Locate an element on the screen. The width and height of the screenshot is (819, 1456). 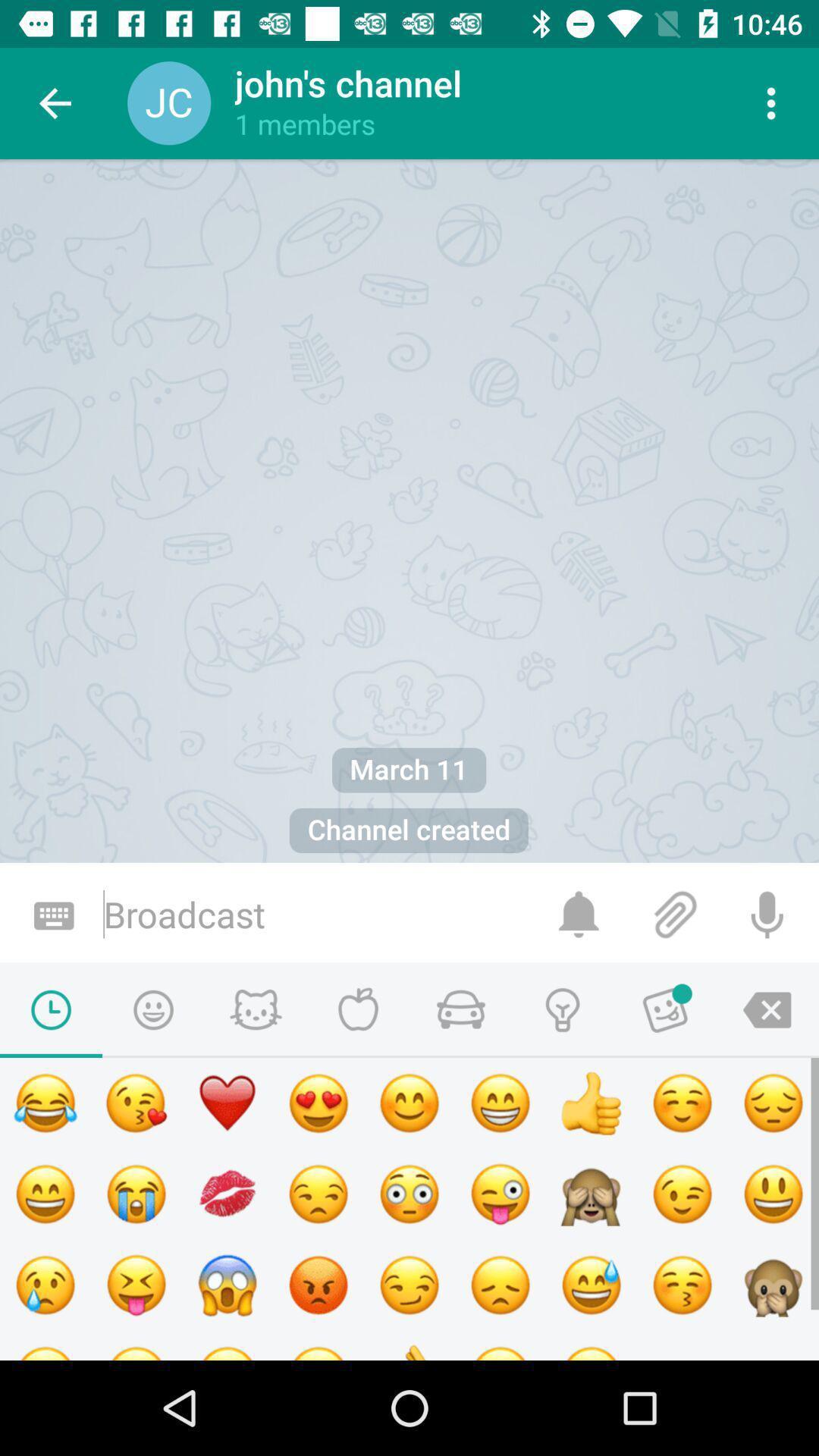
the emoji icon is located at coordinates (773, 1193).